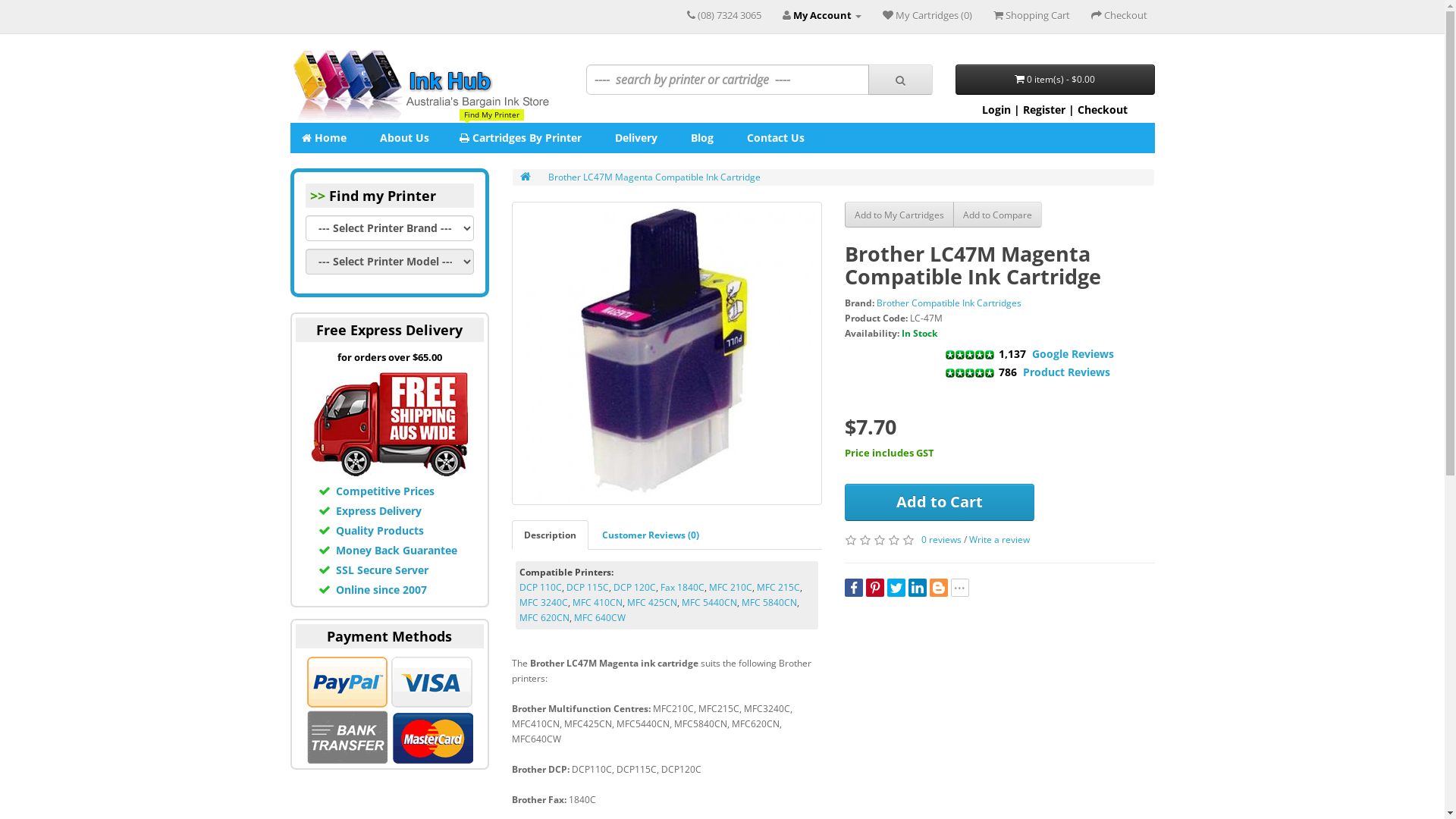 This screenshot has height=819, width=1456. Describe the element at coordinates (571, 601) in the screenshot. I see `'MFC 410CN'` at that location.